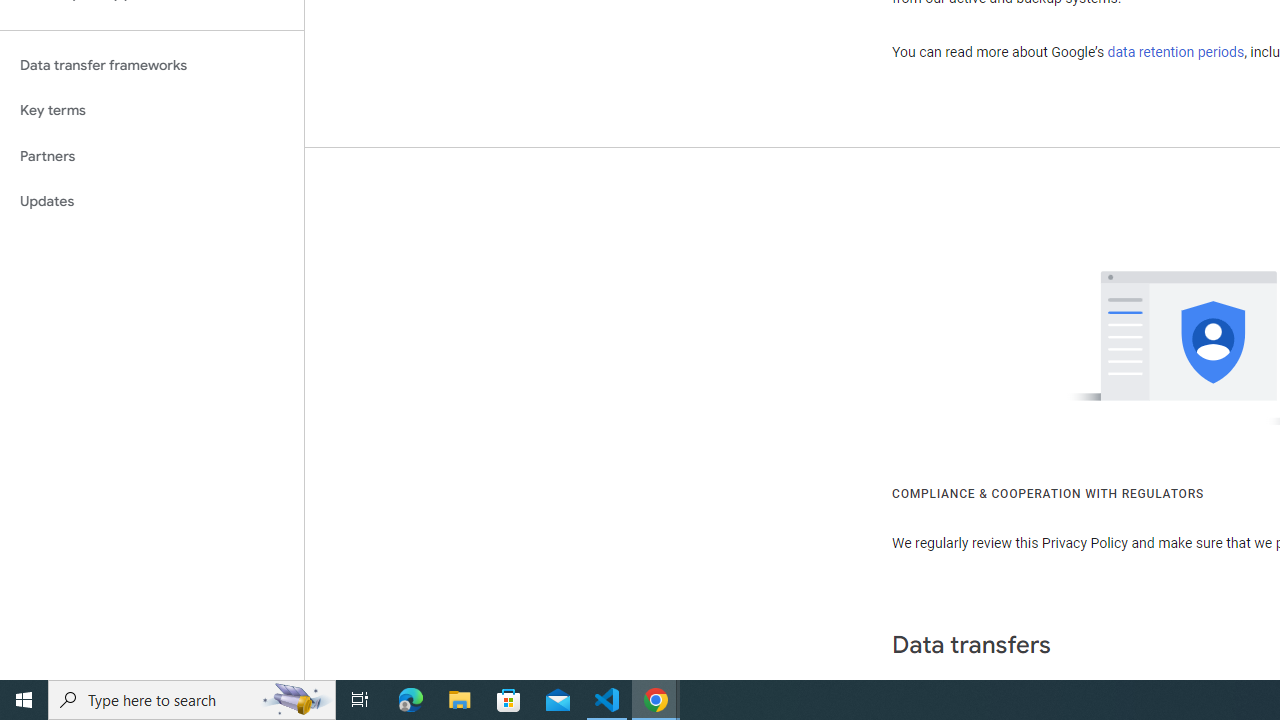 The width and height of the screenshot is (1280, 720). What do you see at coordinates (151, 110) in the screenshot?
I see `'Key terms'` at bounding box center [151, 110].